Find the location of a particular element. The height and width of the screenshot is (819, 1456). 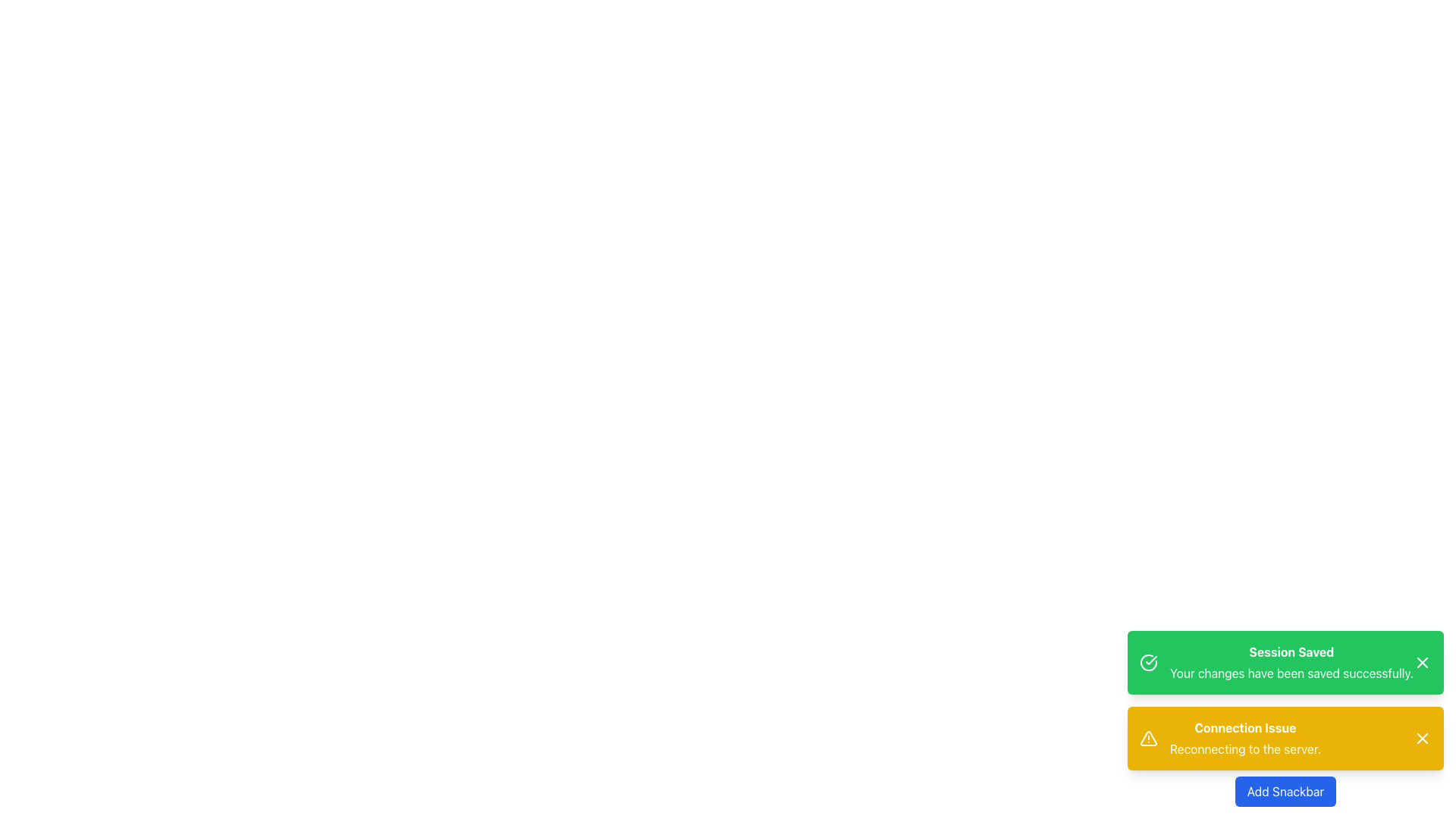

the text label that provides feedback confirming changes have been saved successfully, located within a green message box in the success notification area is located at coordinates (1291, 662).